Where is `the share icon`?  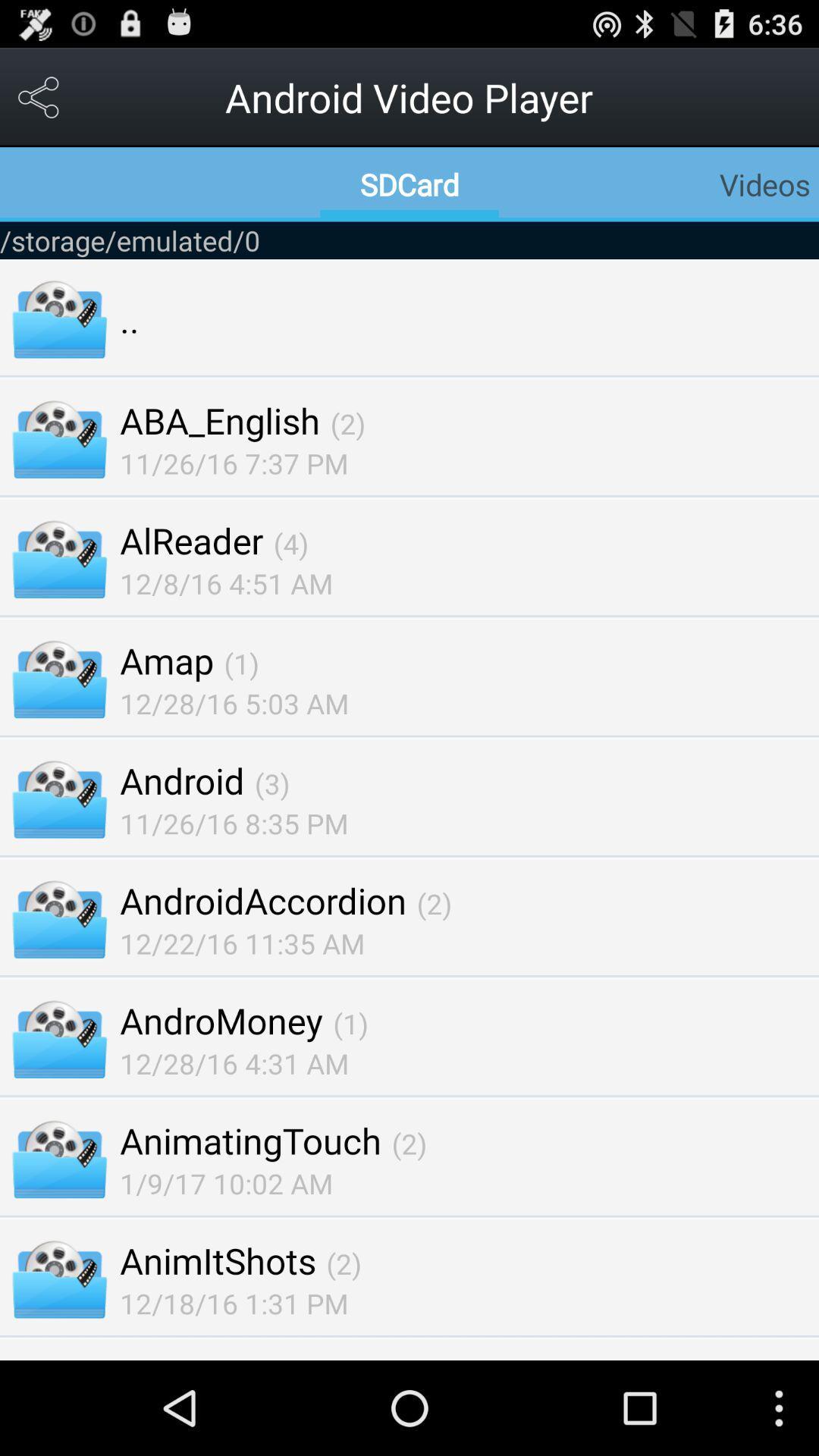
the share icon is located at coordinates (39, 103).